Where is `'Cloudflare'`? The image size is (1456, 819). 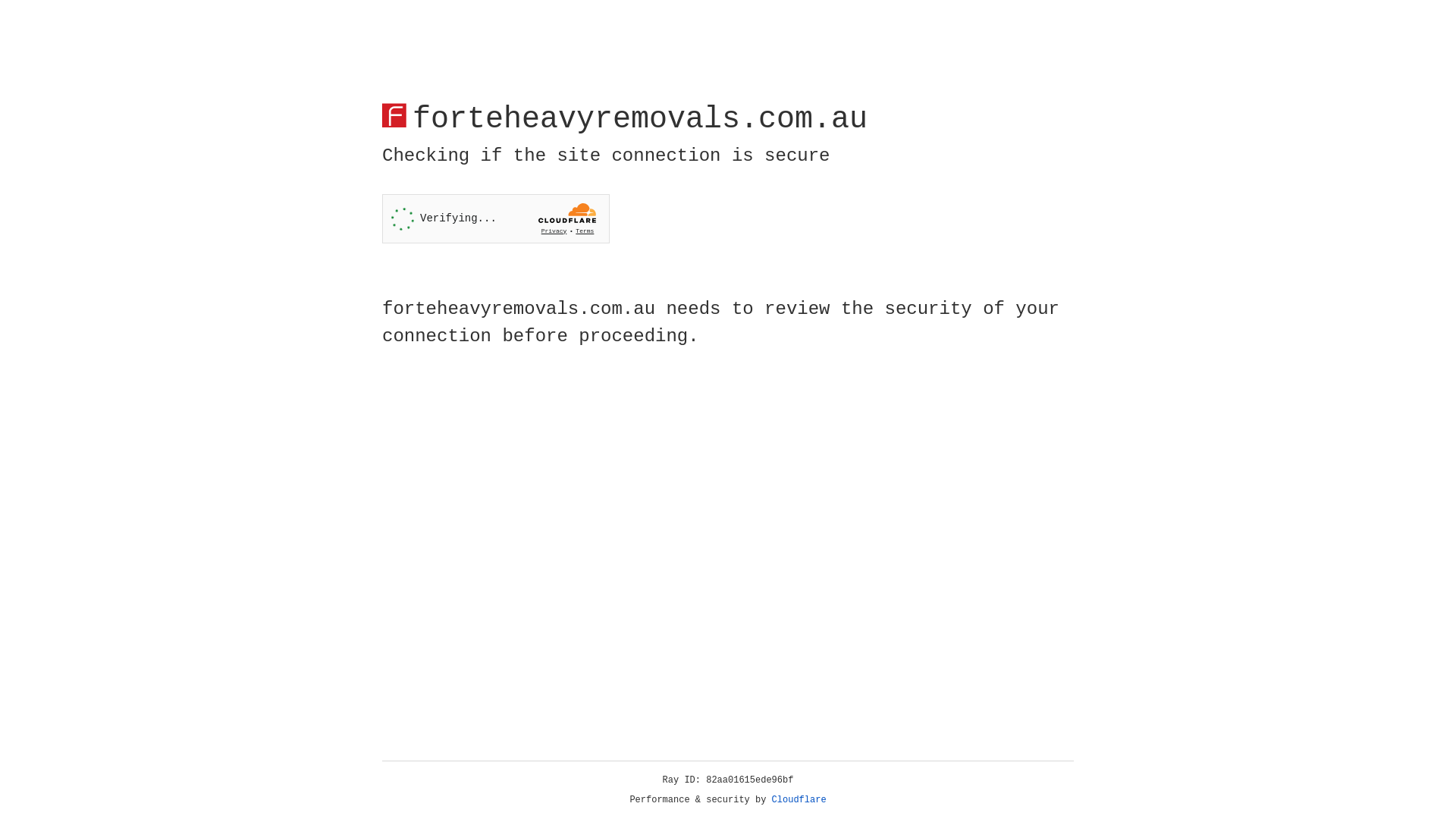
'Cloudflare' is located at coordinates (799, 799).